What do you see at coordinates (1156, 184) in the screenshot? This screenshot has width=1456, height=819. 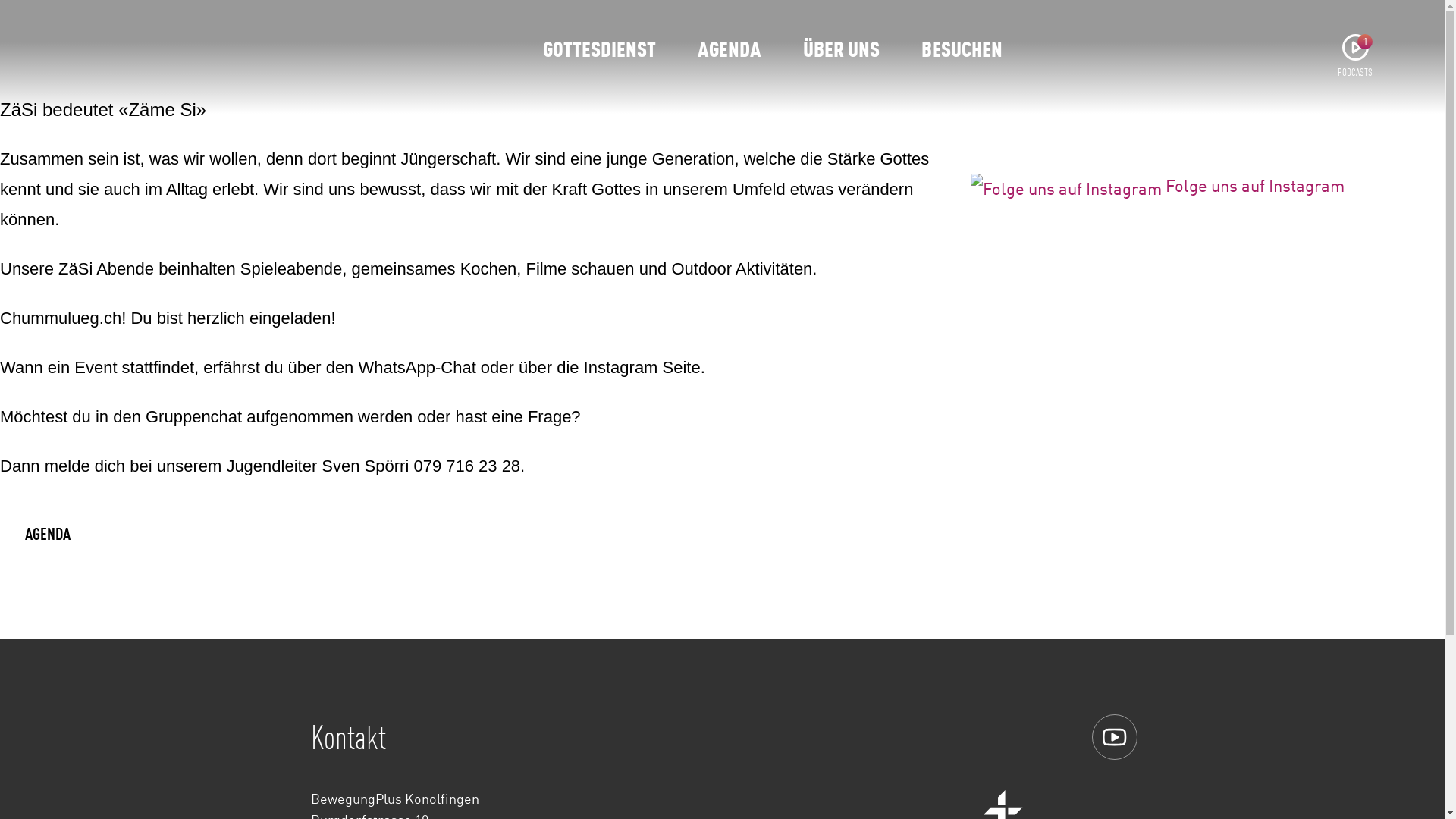 I see `'Folge uns auf Instagram'` at bounding box center [1156, 184].